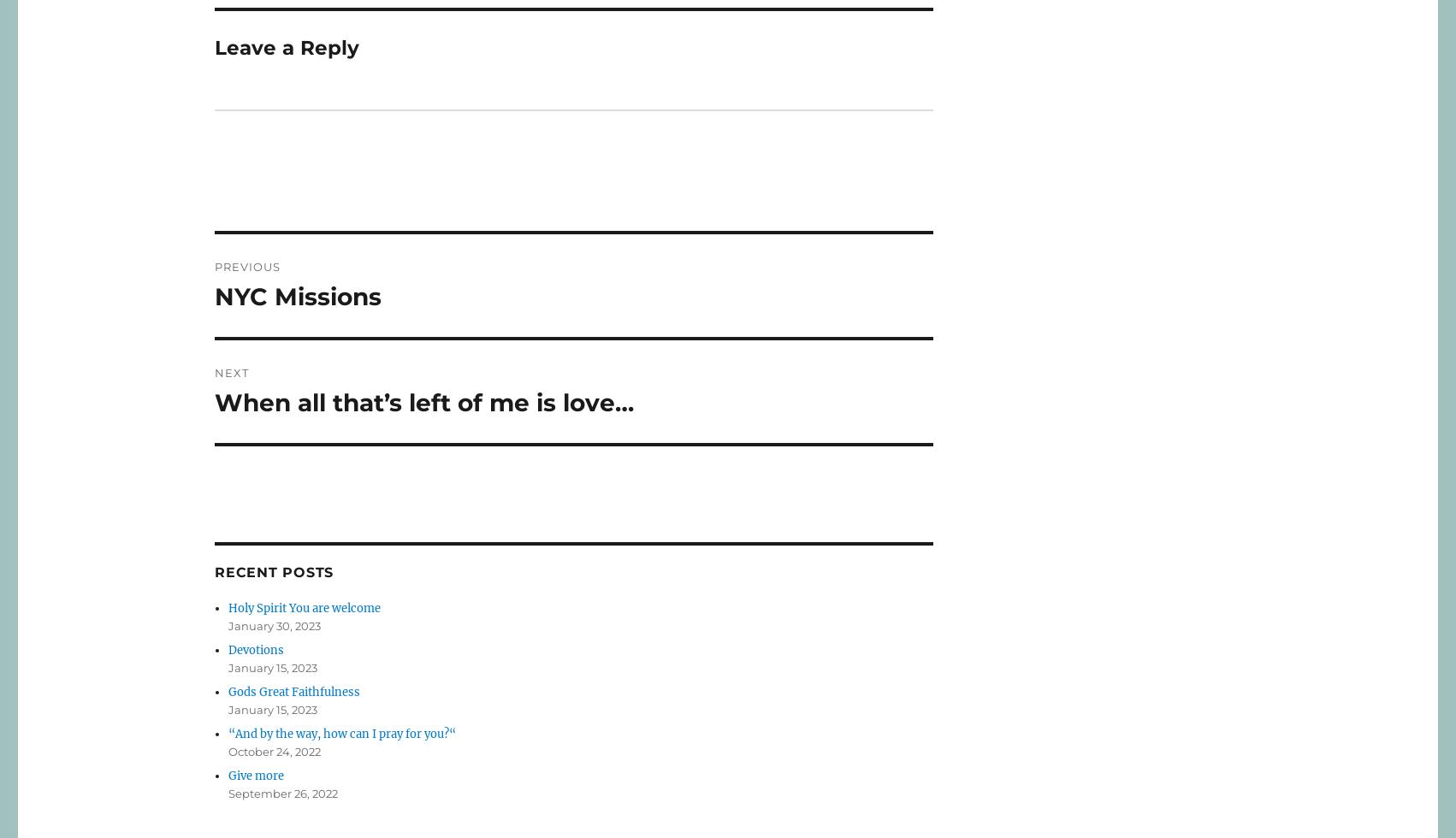 The image size is (1456, 838). I want to click on 'Gods Great Faithfulness', so click(293, 691).